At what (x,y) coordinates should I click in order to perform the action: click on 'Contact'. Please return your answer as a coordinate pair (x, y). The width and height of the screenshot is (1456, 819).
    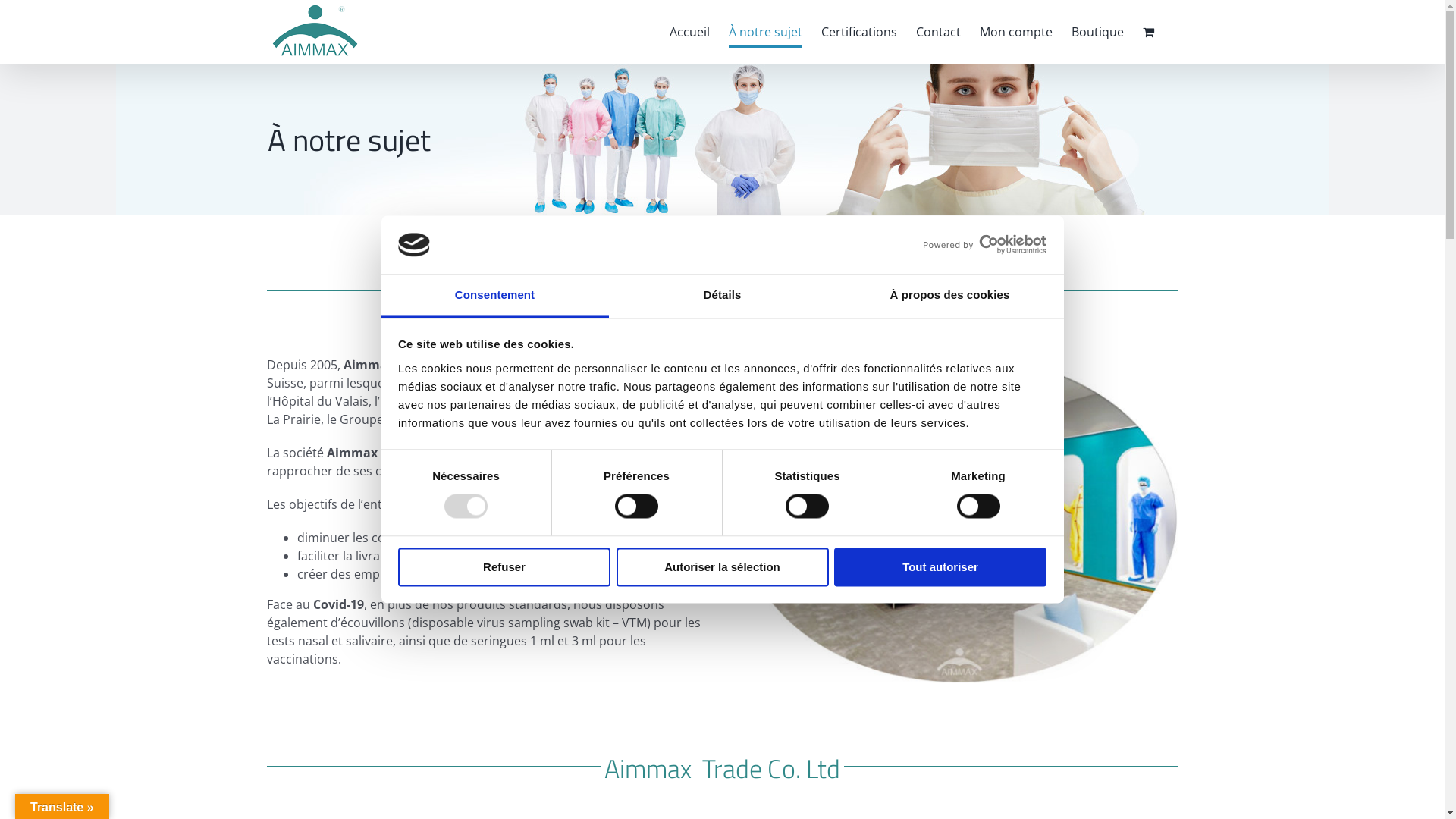
    Looking at the image, I should click on (937, 32).